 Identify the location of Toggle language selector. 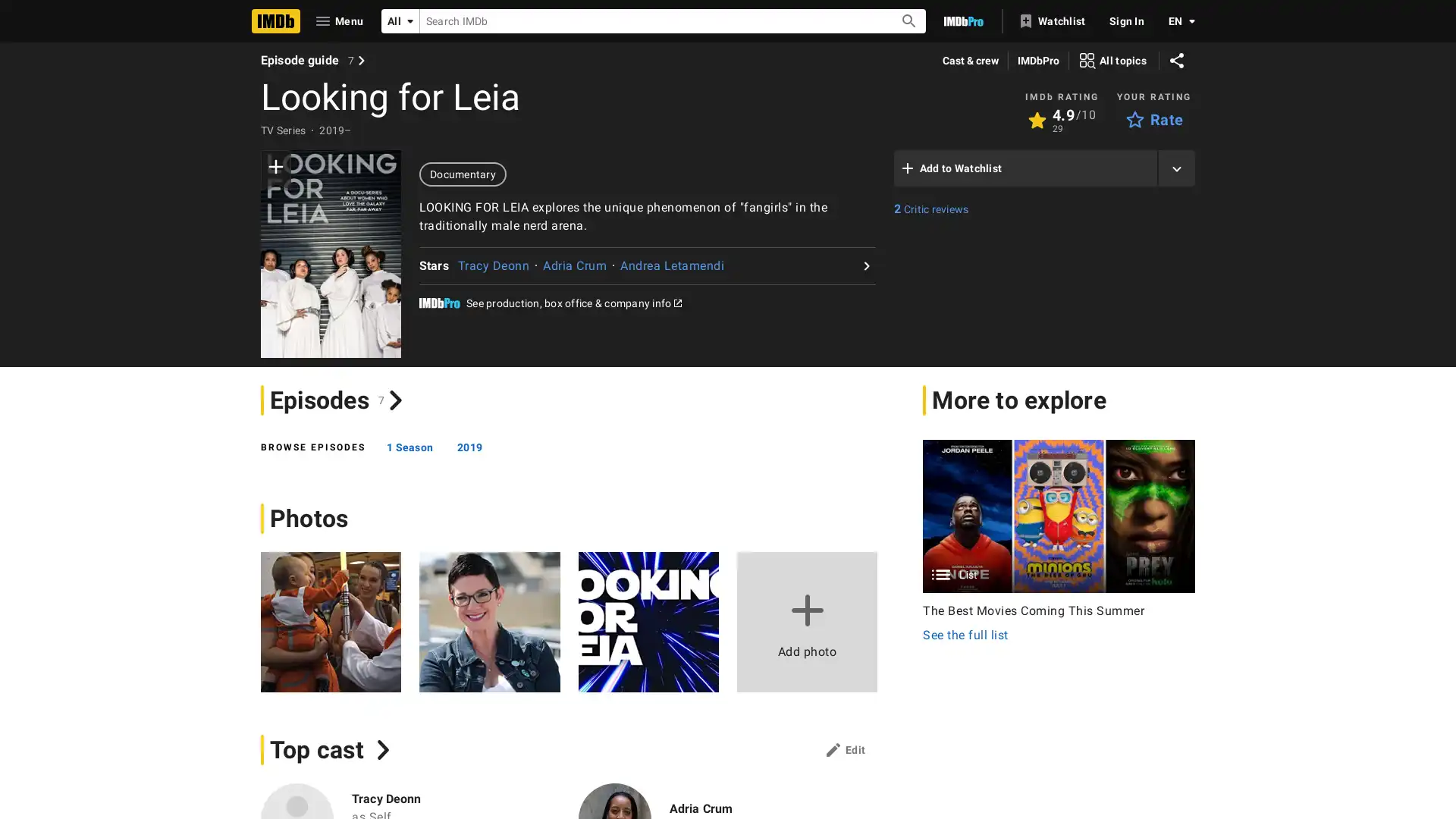
(1179, 20).